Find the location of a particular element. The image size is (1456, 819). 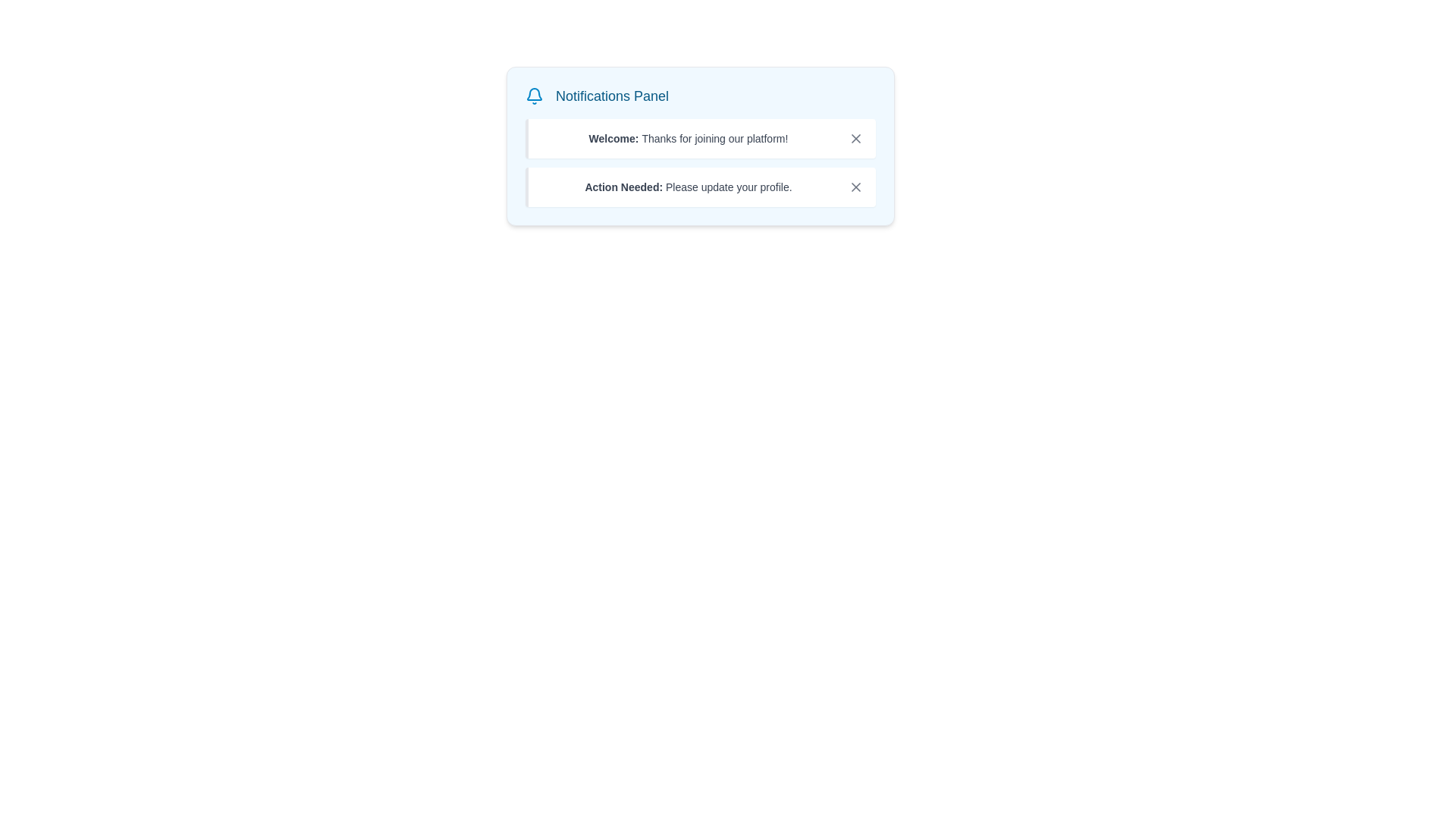

the close button is located at coordinates (855, 138).